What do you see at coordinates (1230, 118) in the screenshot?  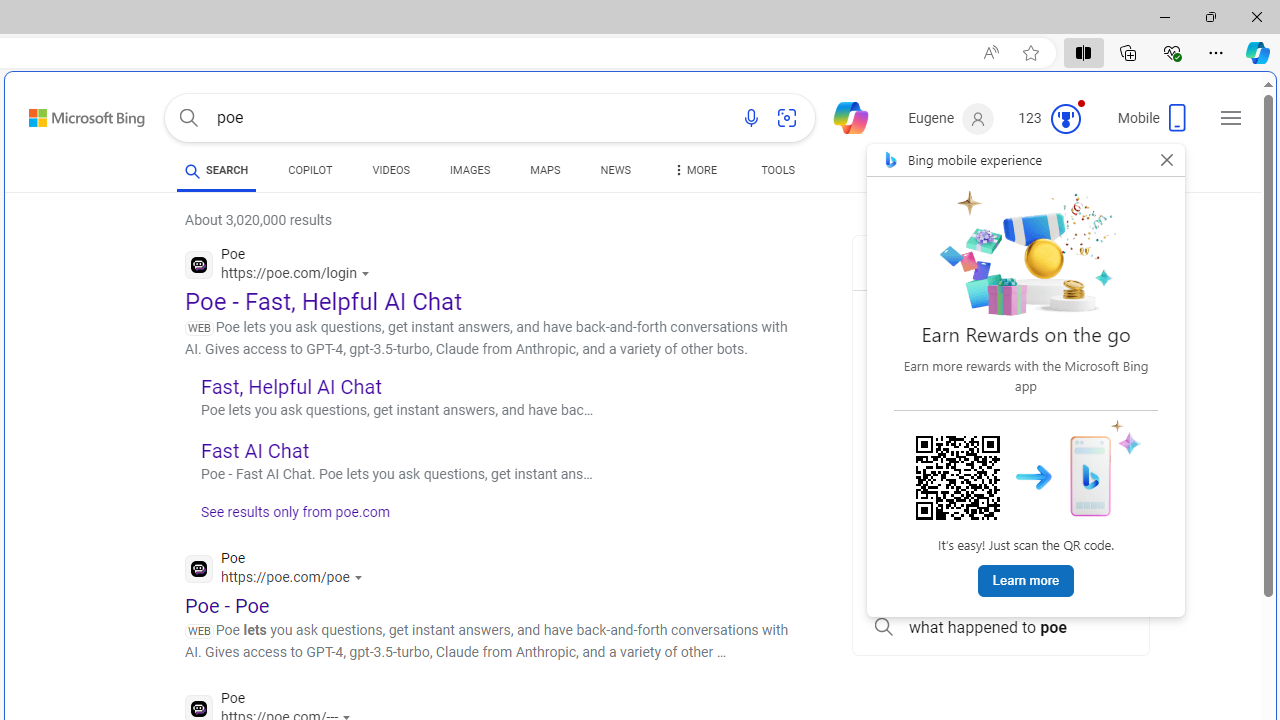 I see `'Settings and quick links'` at bounding box center [1230, 118].